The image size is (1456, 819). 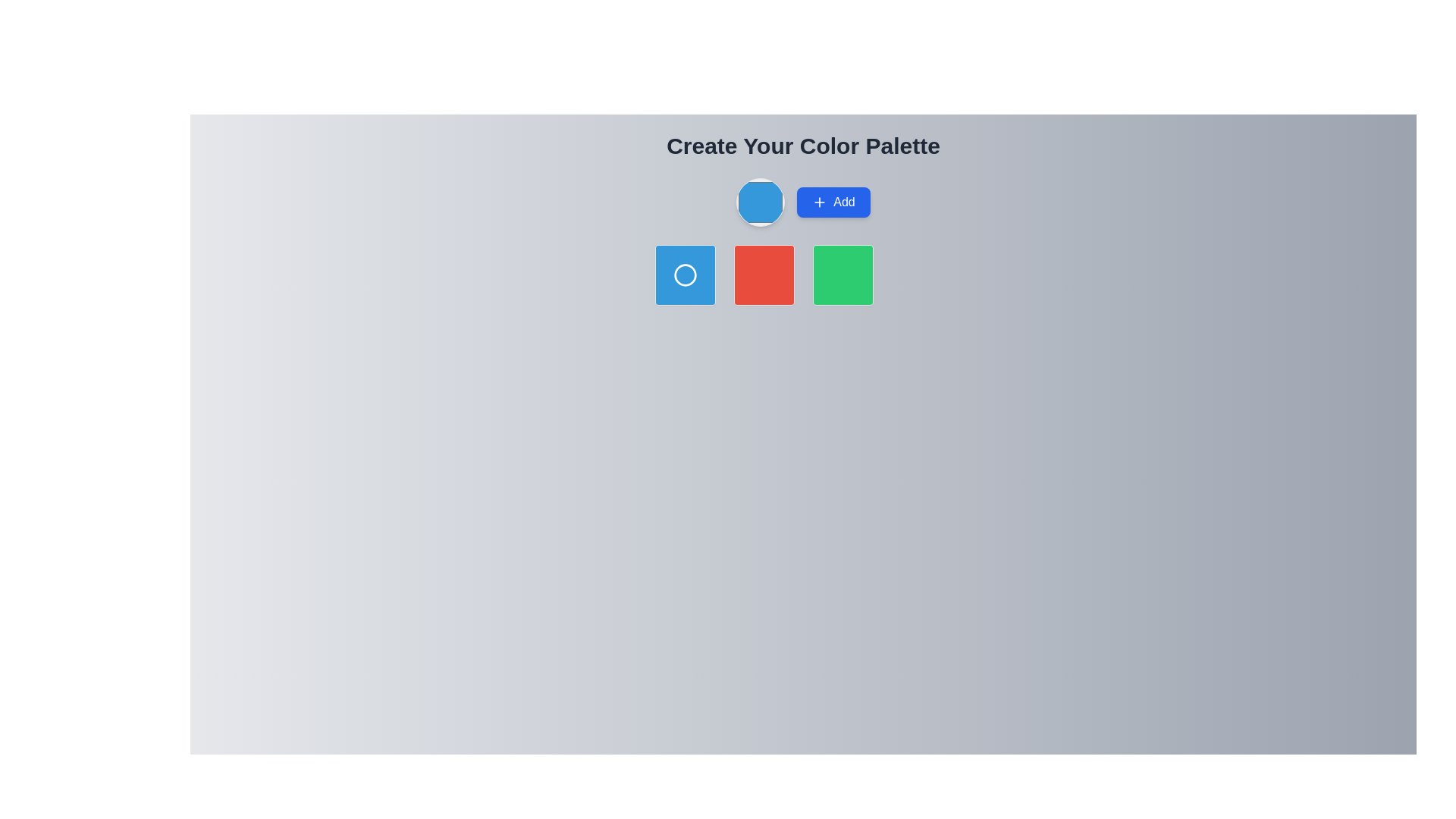 I want to click on to select the circular icon located within a blue square with rounded corners, positioned as the first square in the second row of a grid layout, so click(x=684, y=275).